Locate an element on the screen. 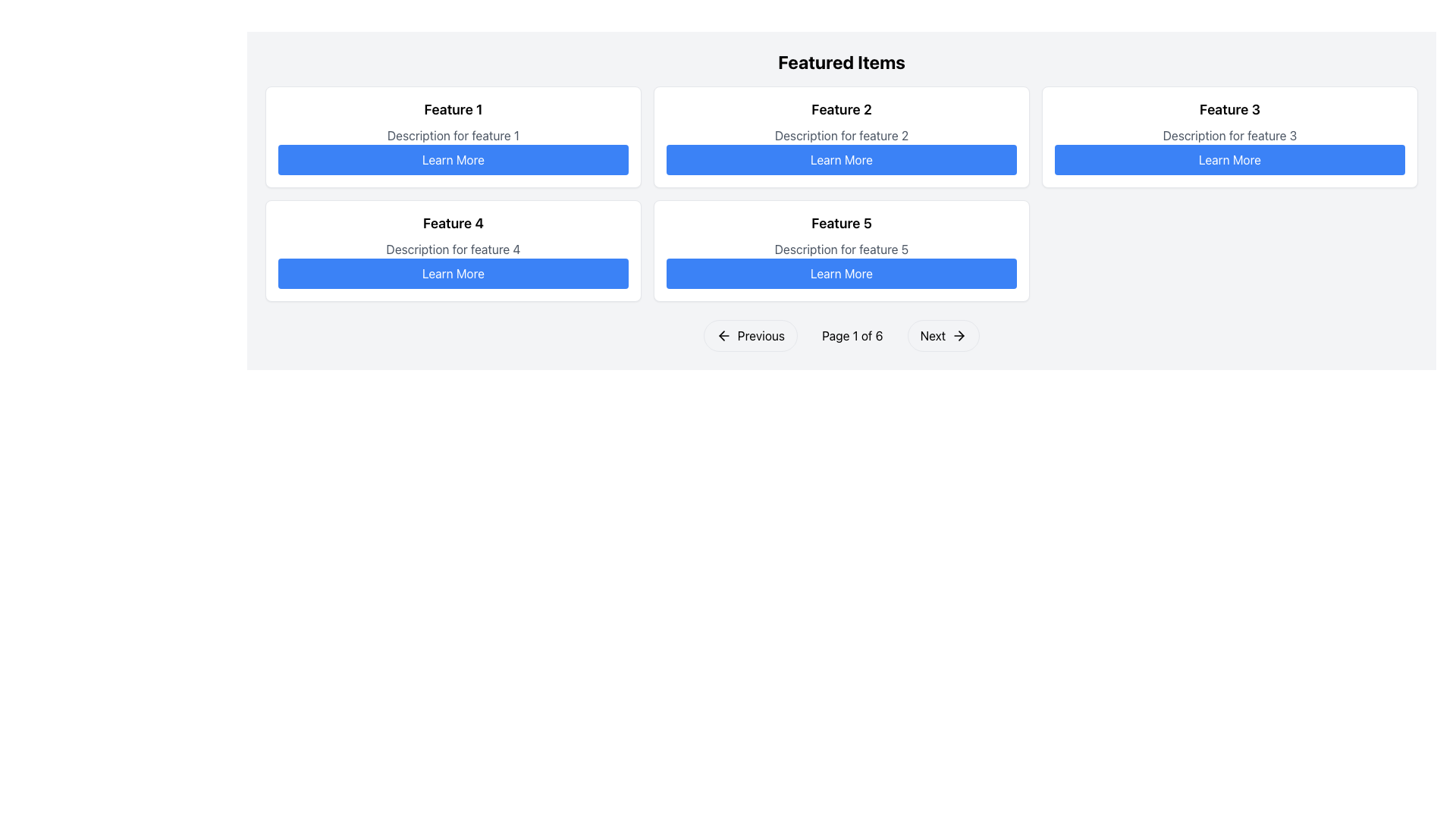 The width and height of the screenshot is (1456, 819). the button that navigates to the previous page in the pagination controls to visualize hover effects is located at coordinates (750, 335).